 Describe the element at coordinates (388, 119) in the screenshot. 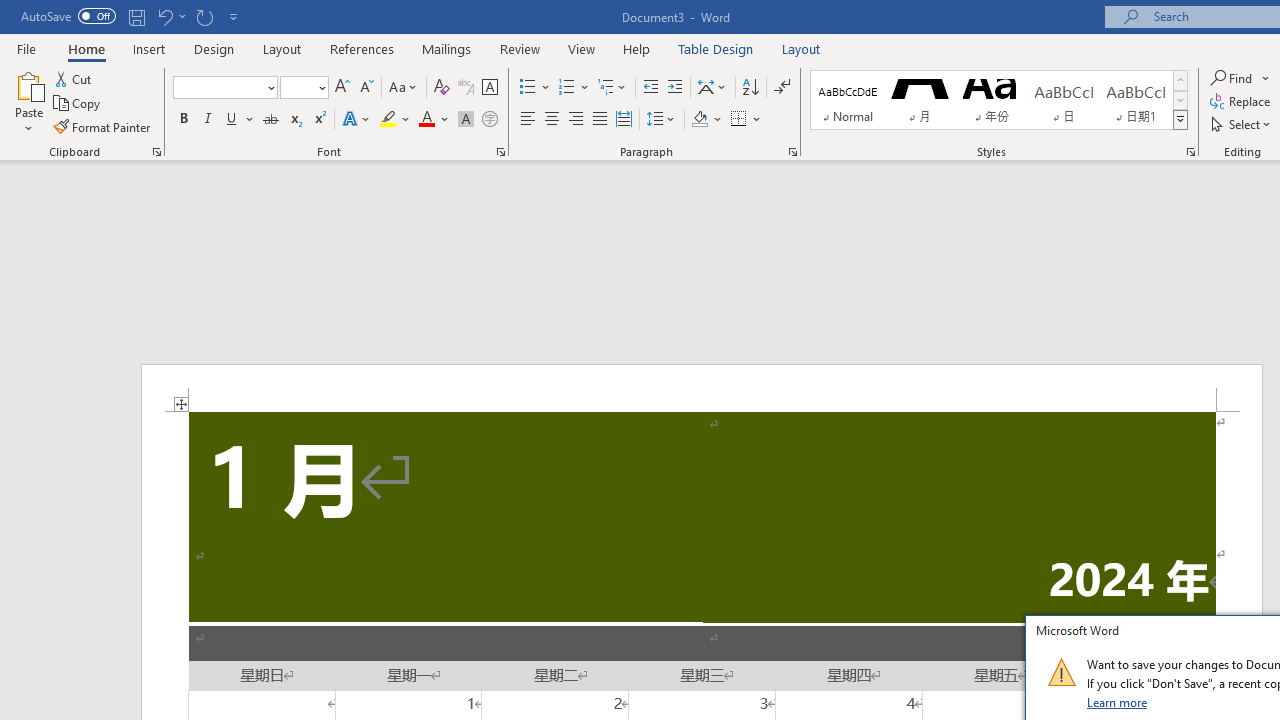

I see `'Text Highlight Color Yellow'` at that location.